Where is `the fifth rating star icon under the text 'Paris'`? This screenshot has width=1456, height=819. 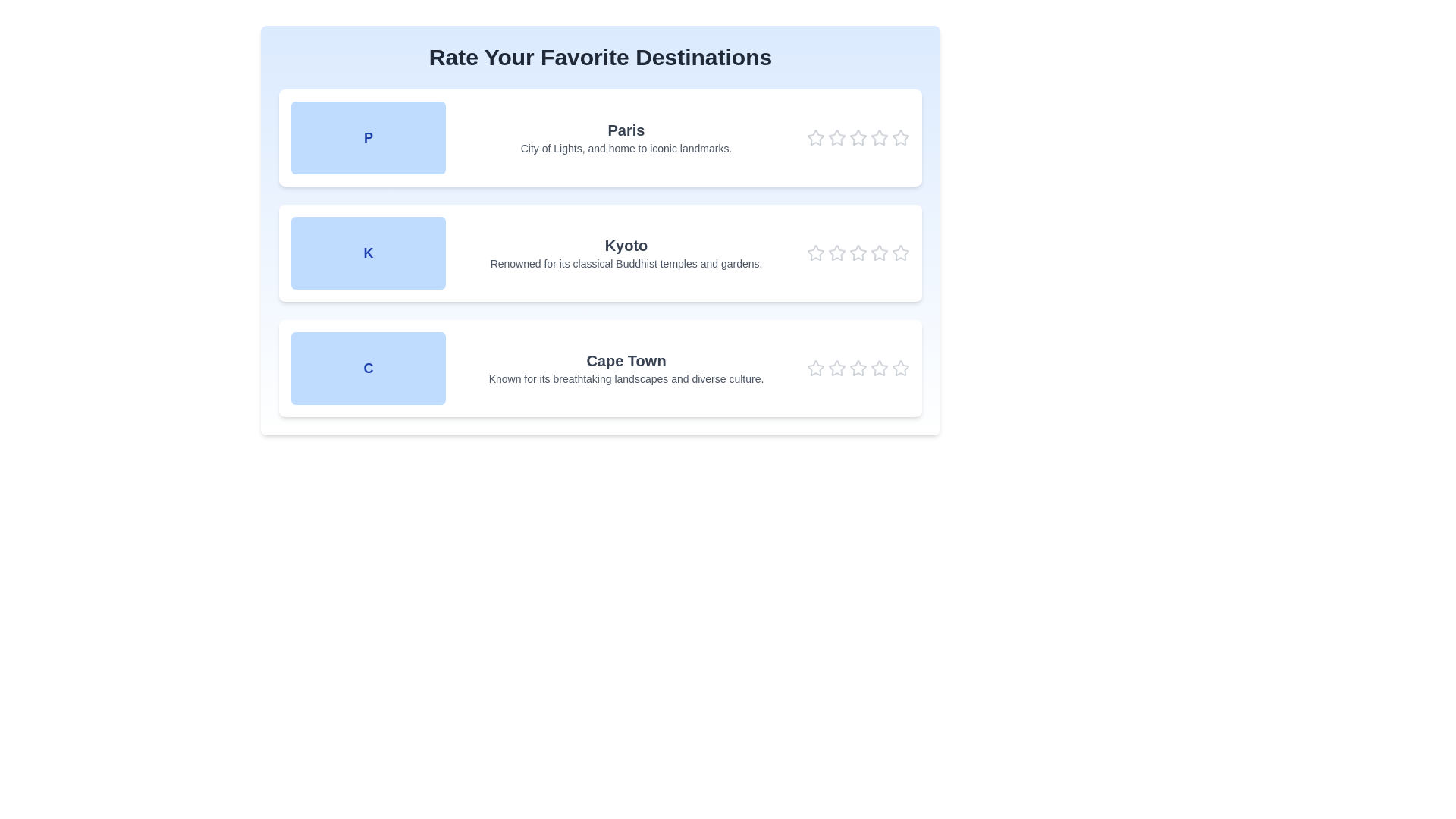
the fifth rating star icon under the text 'Paris' is located at coordinates (901, 137).